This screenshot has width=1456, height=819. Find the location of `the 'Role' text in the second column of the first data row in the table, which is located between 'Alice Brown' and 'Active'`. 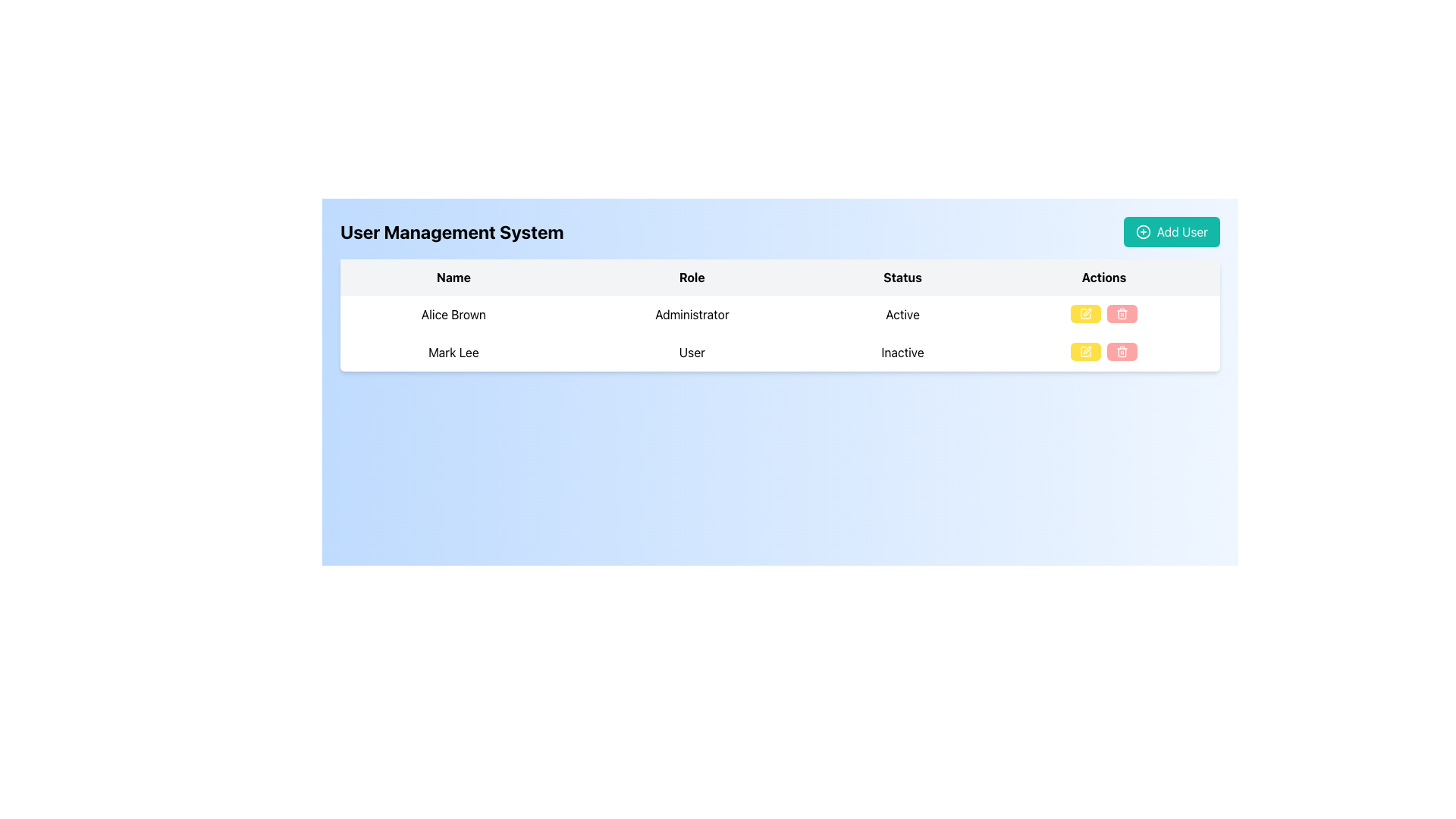

the 'Role' text in the second column of the first data row in the table, which is located between 'Alice Brown' and 'Active' is located at coordinates (691, 314).